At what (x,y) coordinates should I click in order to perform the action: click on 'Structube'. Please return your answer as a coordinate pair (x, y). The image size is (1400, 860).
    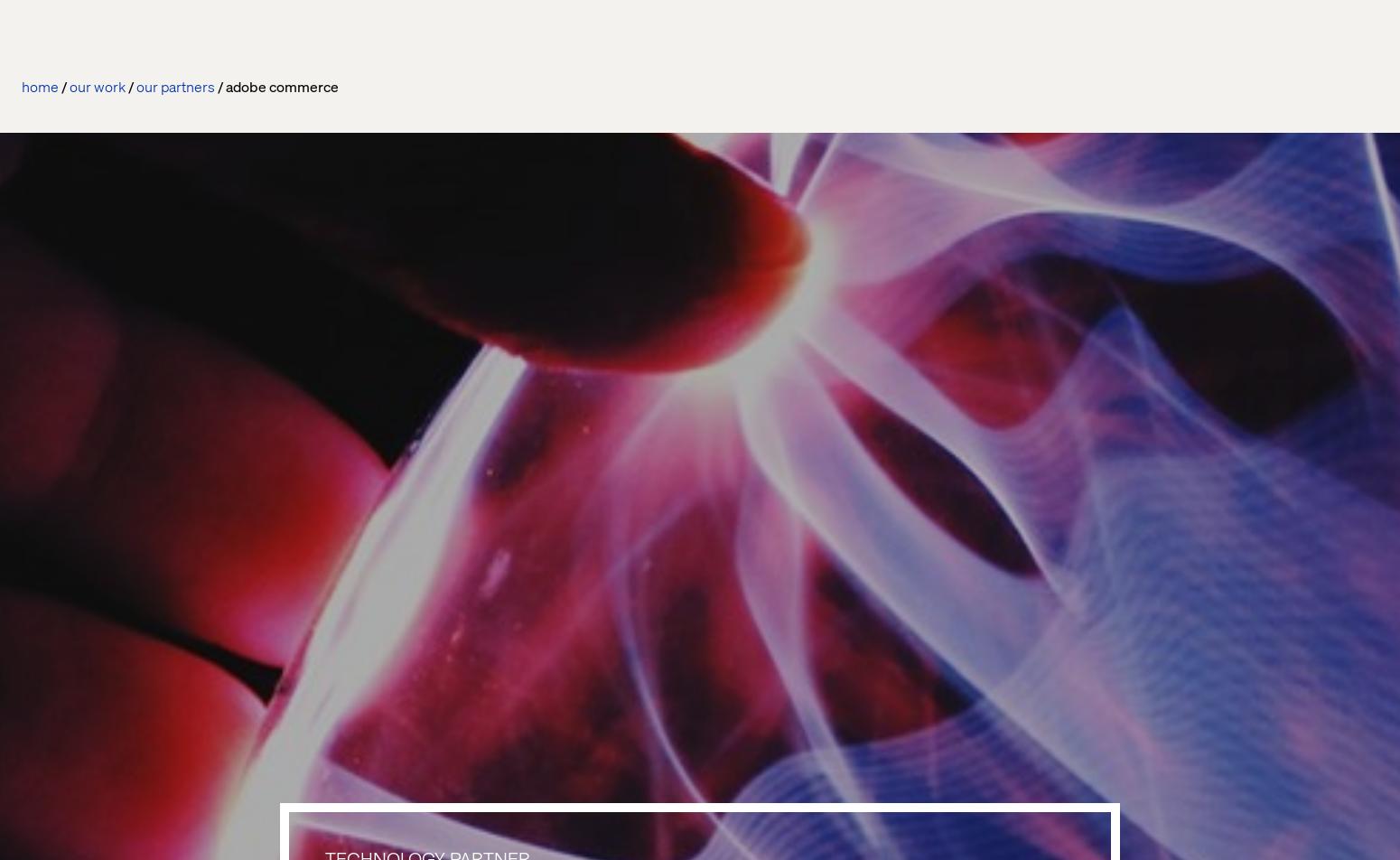
    Looking at the image, I should click on (1073, 745).